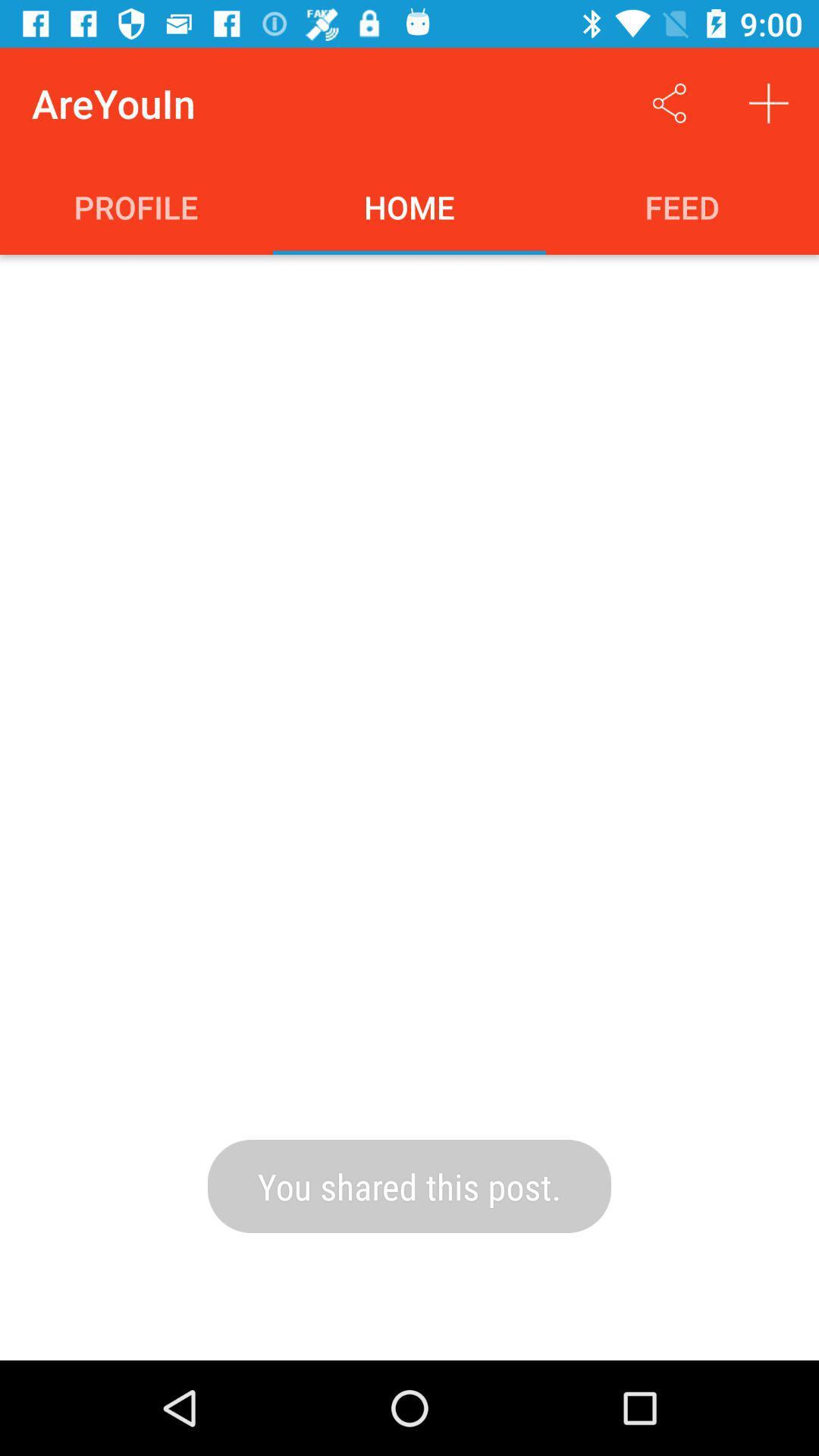 Image resolution: width=819 pixels, height=1456 pixels. What do you see at coordinates (769, 102) in the screenshot?
I see `information` at bounding box center [769, 102].